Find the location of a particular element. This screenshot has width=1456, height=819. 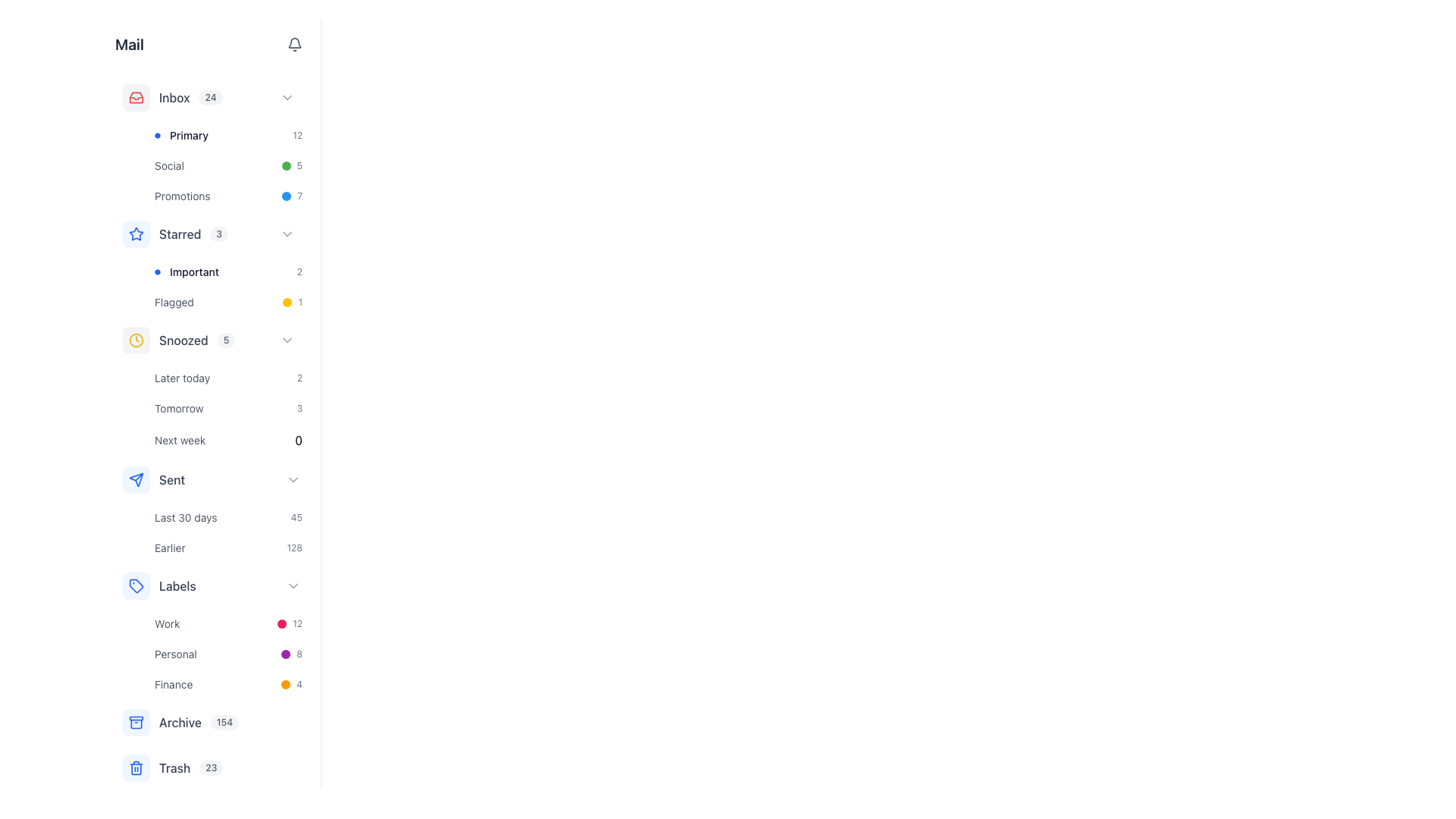

the rightward-pointing chevron icon in the 'Labels' section is located at coordinates (293, 585).